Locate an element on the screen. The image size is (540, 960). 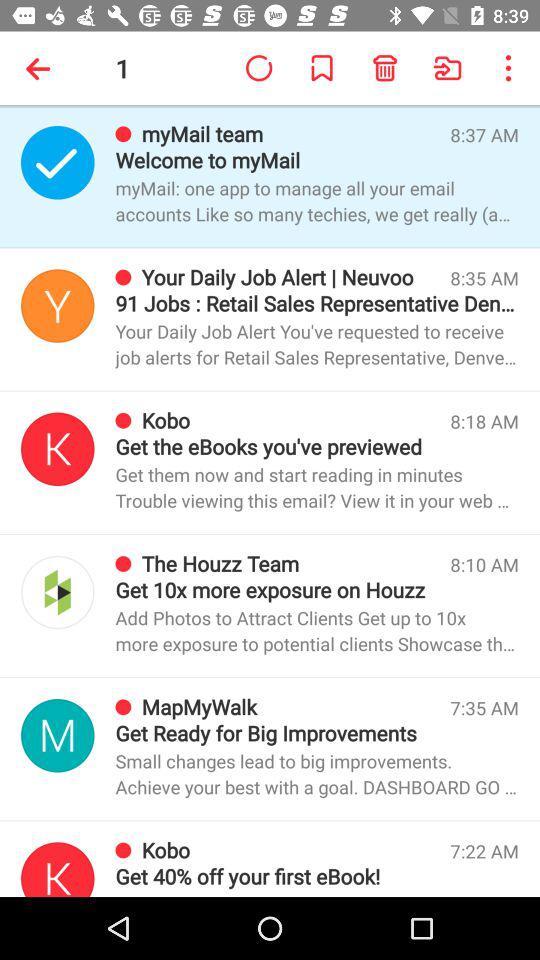
display name logo profile info button is located at coordinates (57, 734).